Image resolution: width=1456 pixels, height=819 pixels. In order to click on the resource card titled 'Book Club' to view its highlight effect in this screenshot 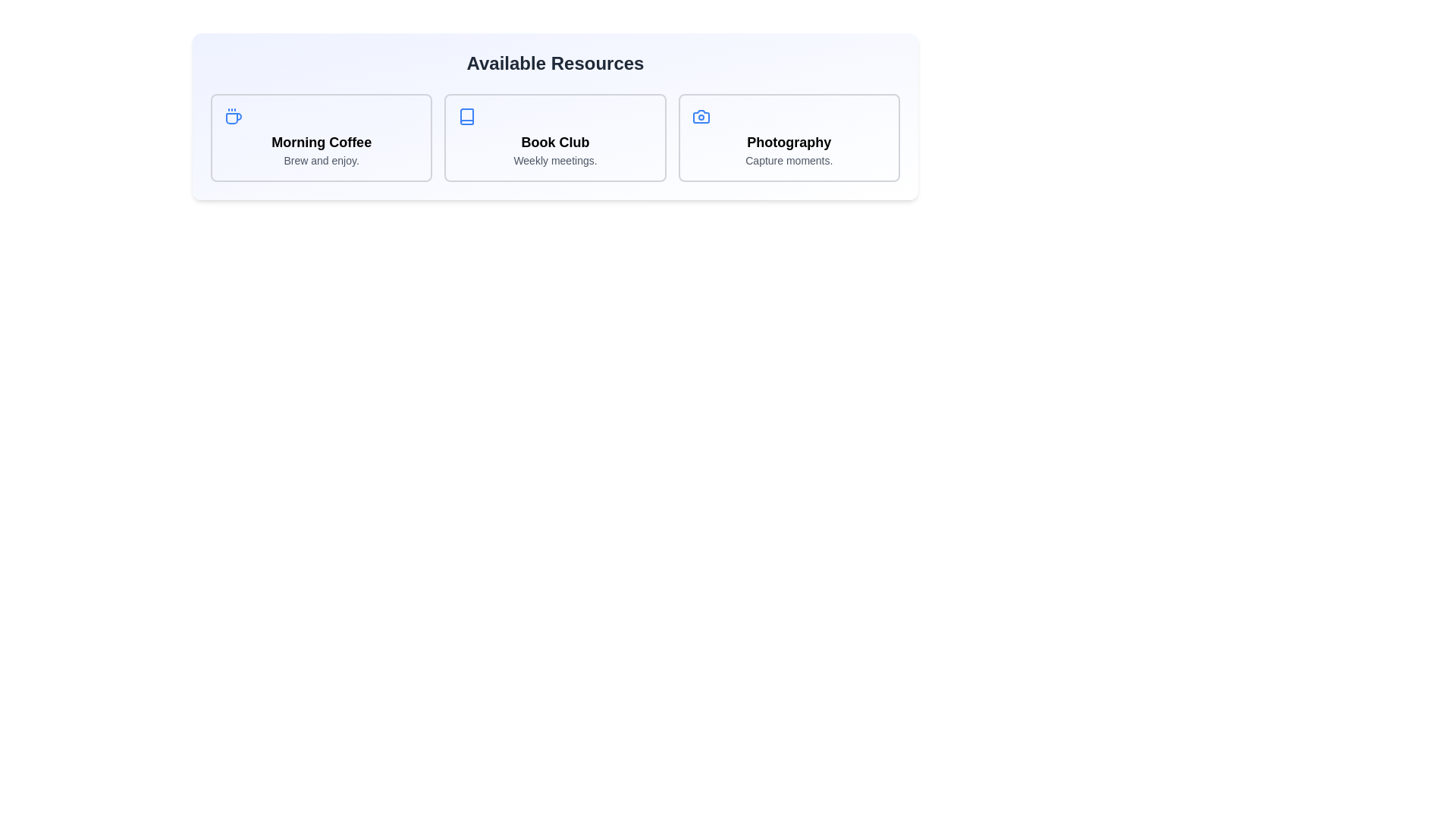, I will do `click(554, 137)`.